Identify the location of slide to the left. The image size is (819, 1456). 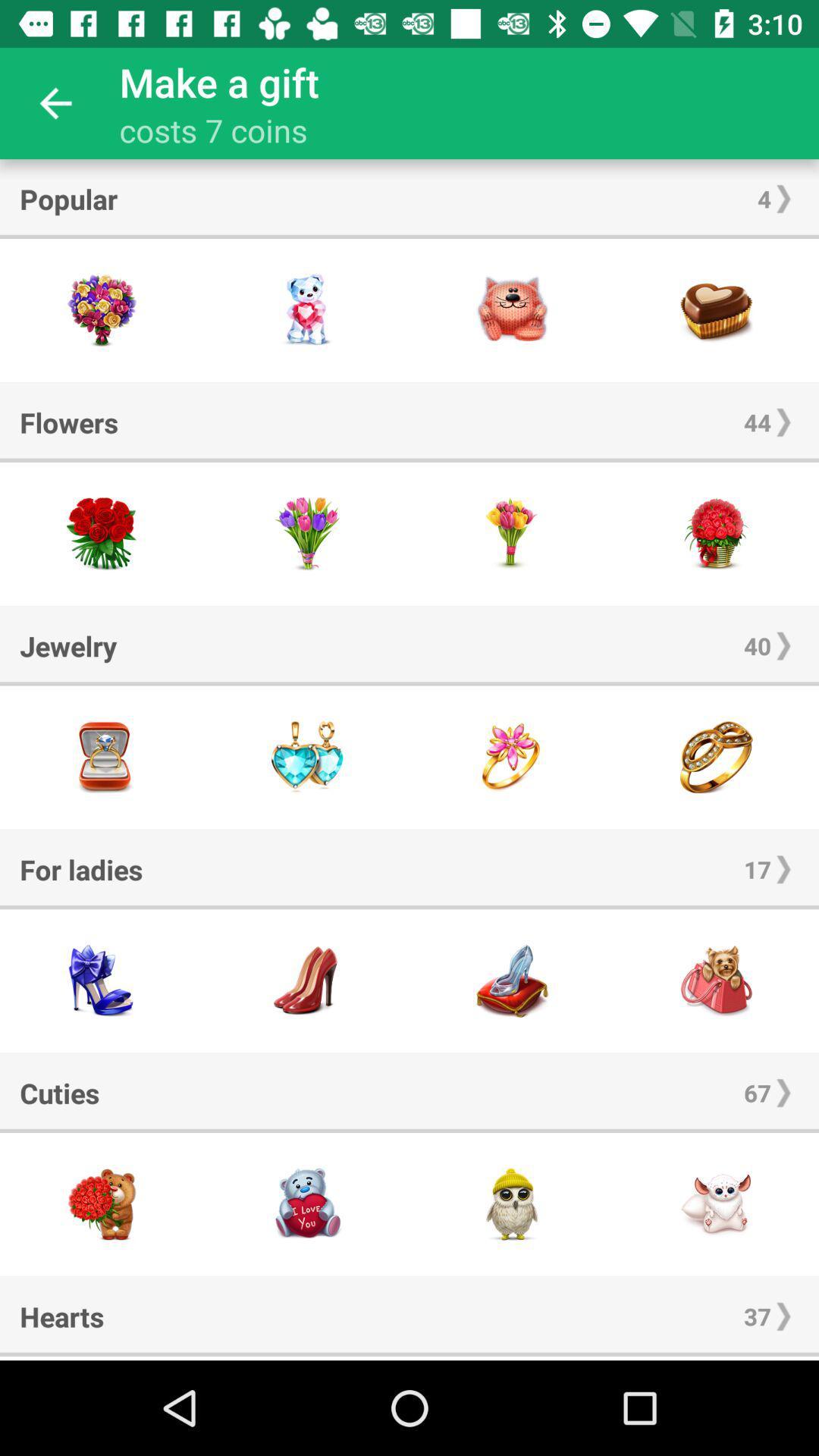
(307, 1358).